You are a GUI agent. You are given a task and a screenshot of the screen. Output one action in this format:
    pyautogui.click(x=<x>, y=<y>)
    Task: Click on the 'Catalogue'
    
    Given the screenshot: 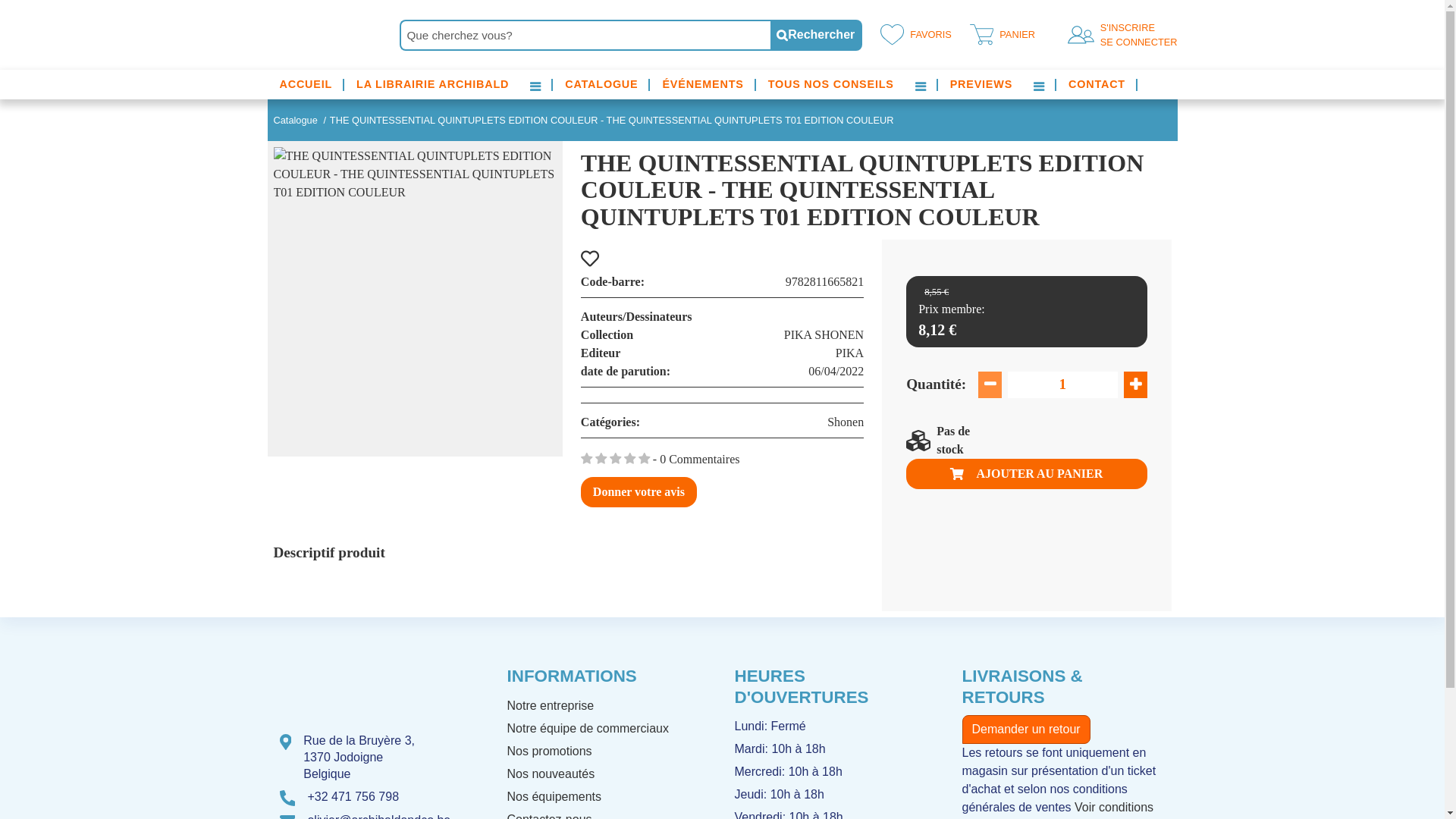 What is the action you would take?
    pyautogui.click(x=294, y=119)
    